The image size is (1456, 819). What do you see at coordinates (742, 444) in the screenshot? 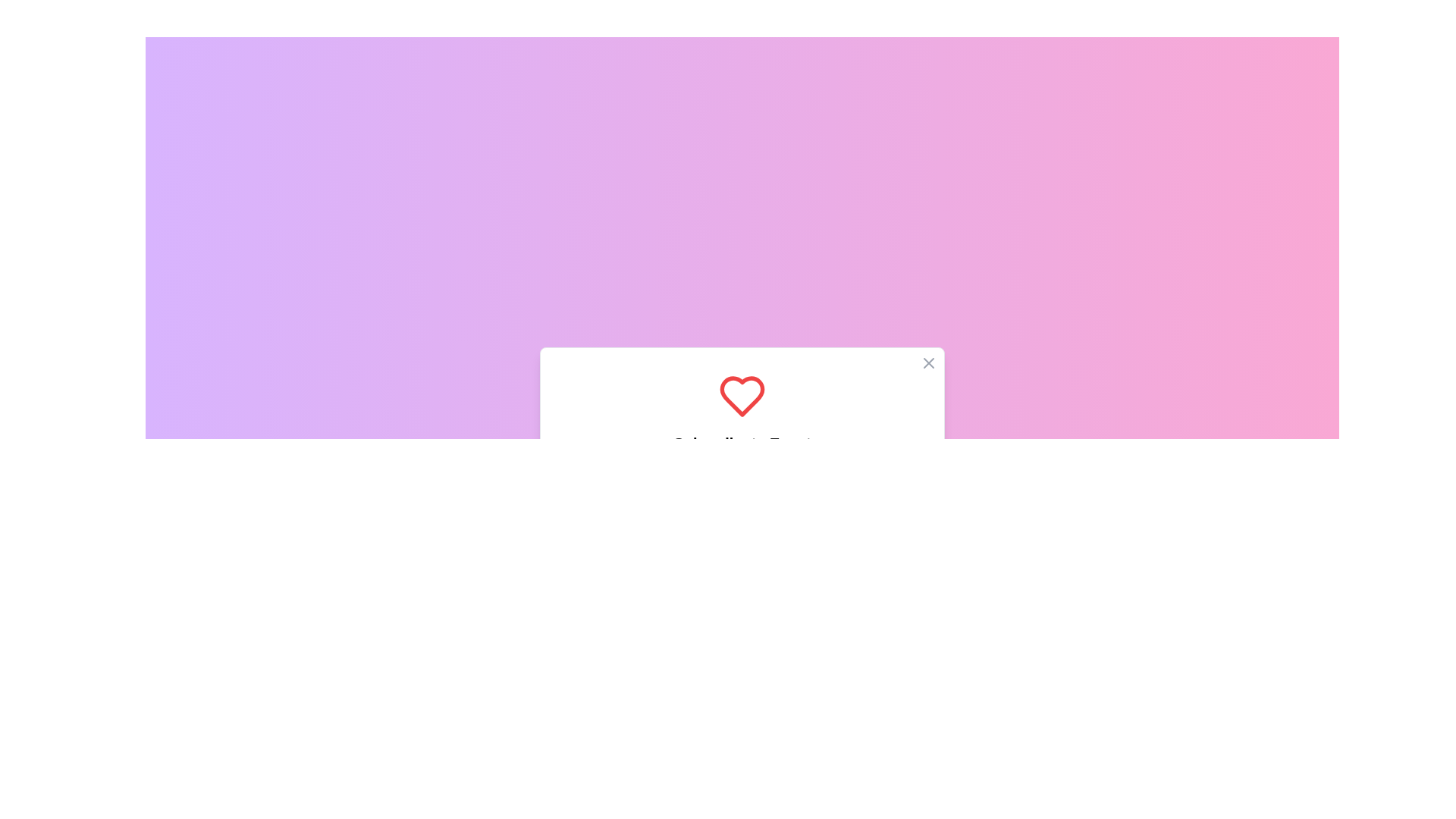
I see `the Text label that serves as the heading for the subscription dialog box, located below a red heart icon and above the instructional description, positioned in the middle section of the dialog` at bounding box center [742, 444].